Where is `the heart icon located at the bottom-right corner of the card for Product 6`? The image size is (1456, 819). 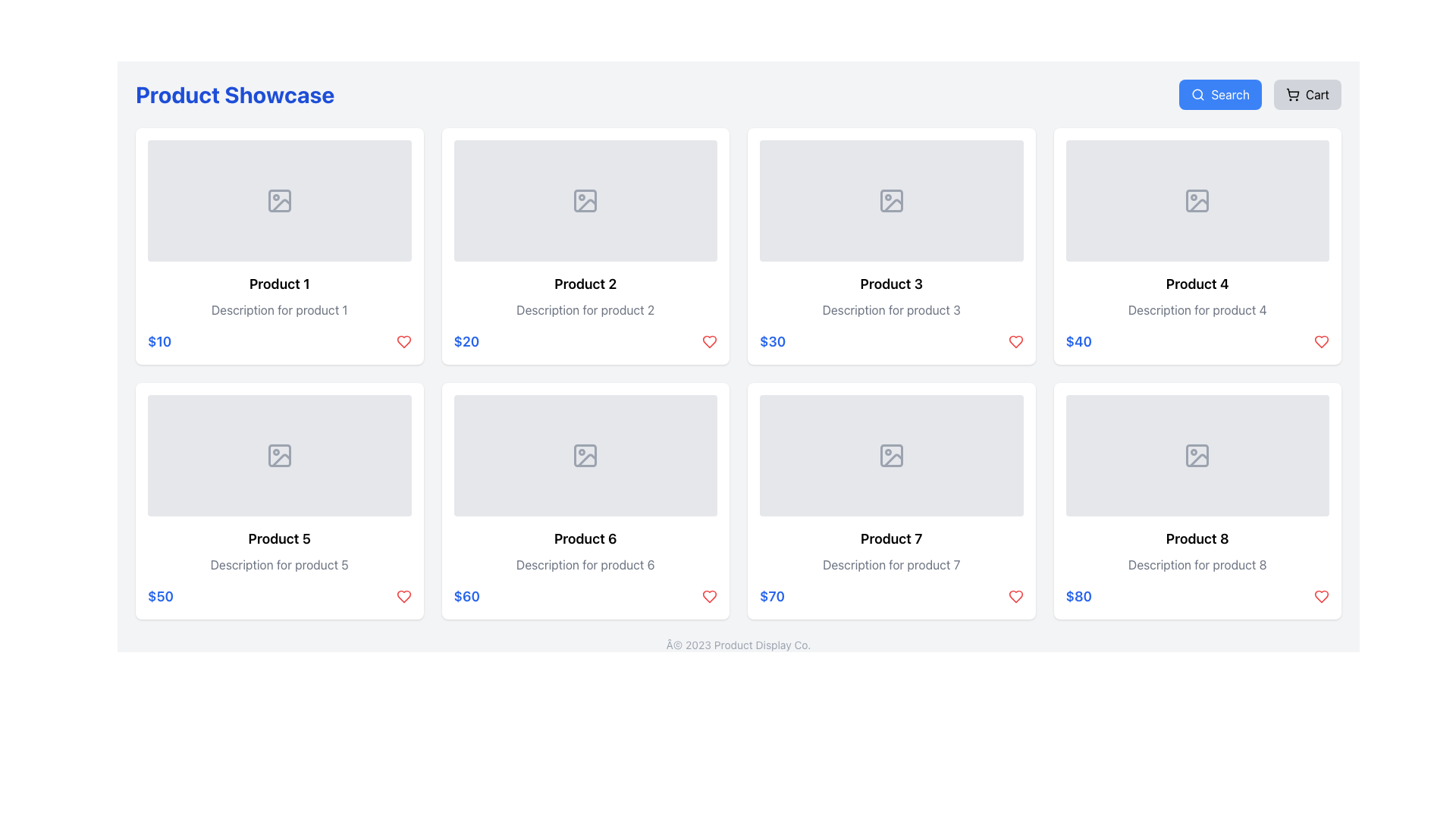 the heart icon located at the bottom-right corner of the card for Product 6 is located at coordinates (403, 595).